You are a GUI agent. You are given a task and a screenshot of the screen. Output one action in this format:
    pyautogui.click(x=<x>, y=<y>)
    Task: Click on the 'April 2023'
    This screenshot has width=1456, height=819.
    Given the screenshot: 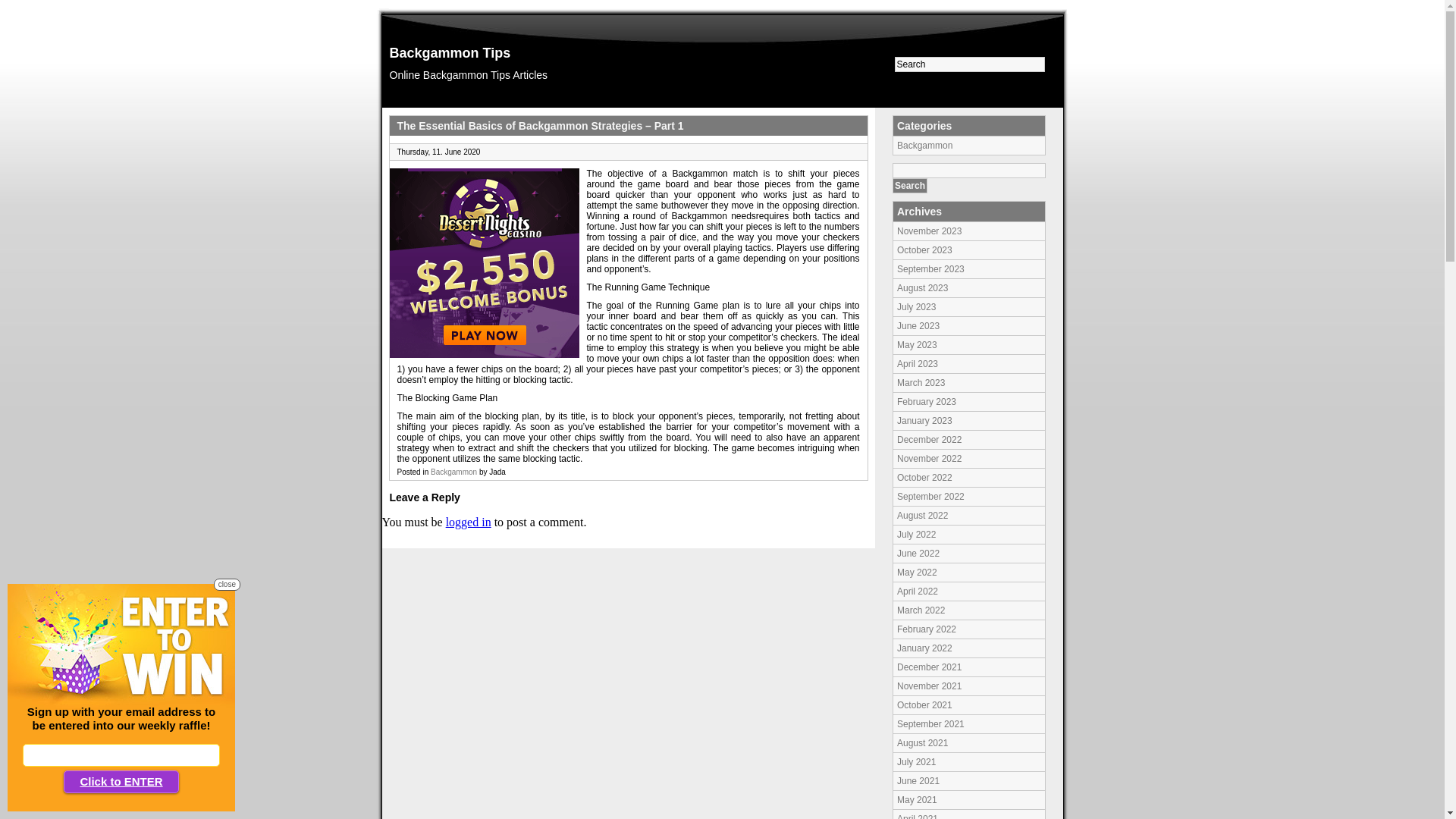 What is the action you would take?
    pyautogui.click(x=916, y=363)
    